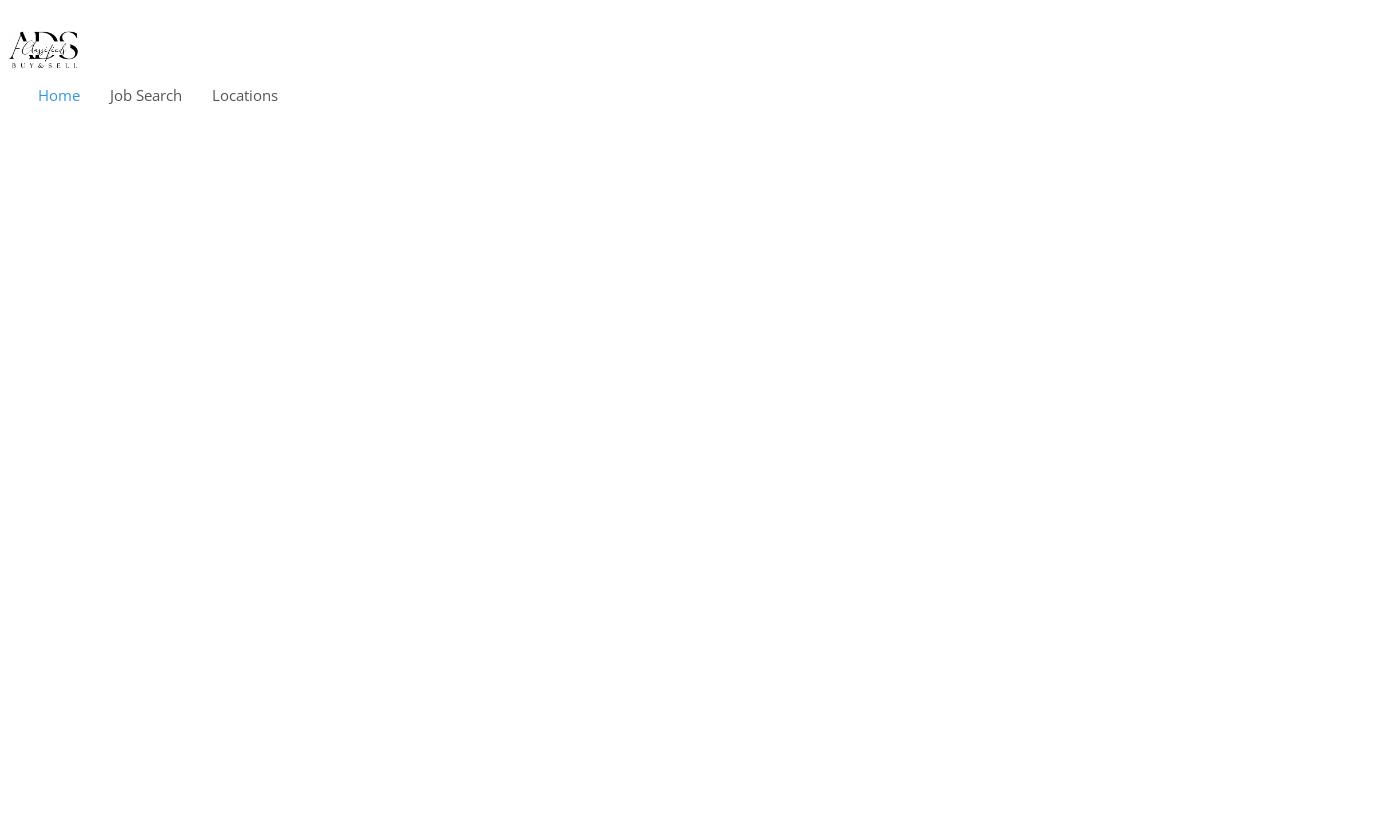 This screenshot has width=1400, height=840. I want to click on 'Bulgaria', so click(259, 447).